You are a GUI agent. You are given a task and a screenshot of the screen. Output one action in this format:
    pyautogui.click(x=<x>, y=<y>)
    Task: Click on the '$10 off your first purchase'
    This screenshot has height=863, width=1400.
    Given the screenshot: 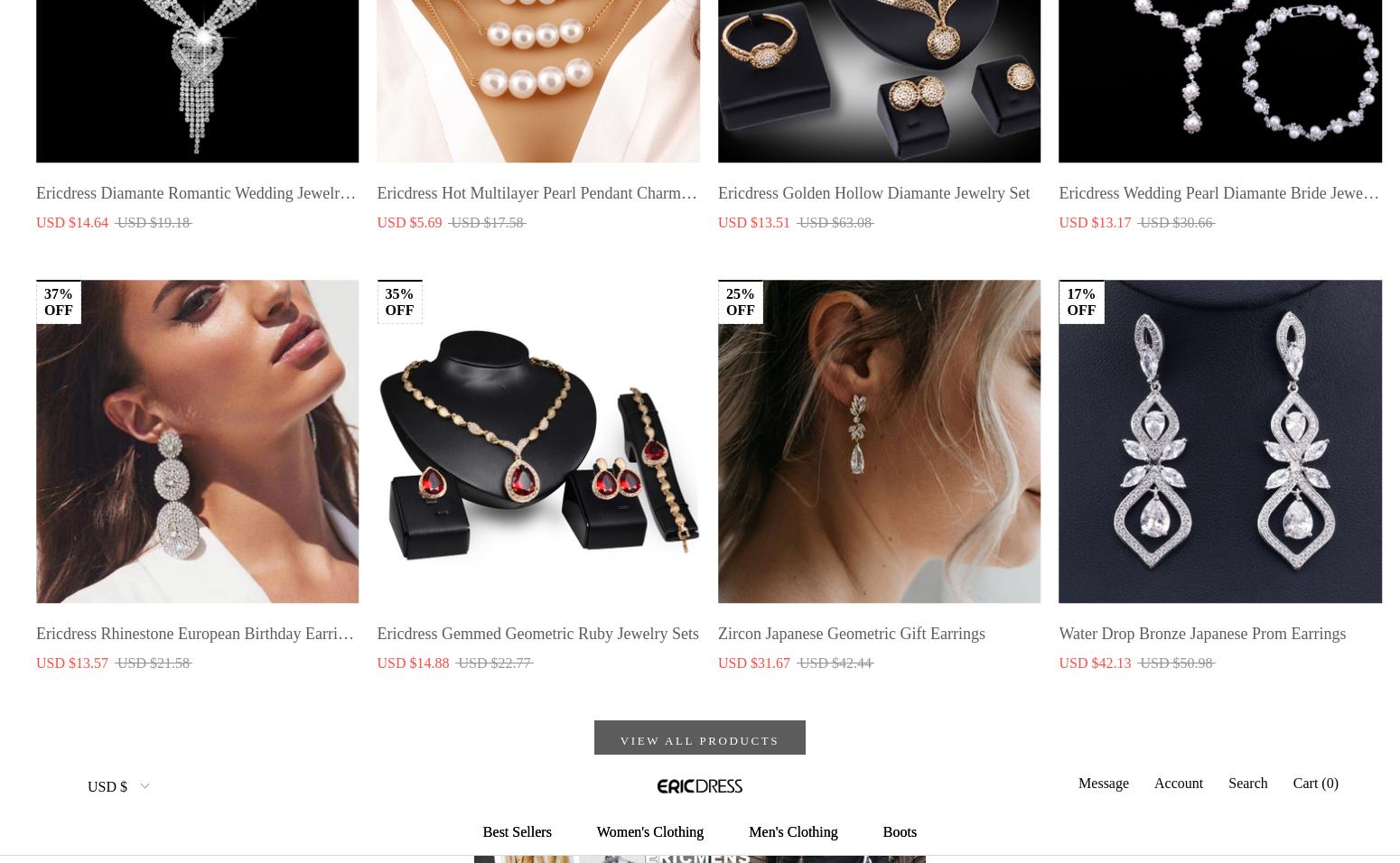 What is the action you would take?
    pyautogui.click(x=1218, y=606)
    